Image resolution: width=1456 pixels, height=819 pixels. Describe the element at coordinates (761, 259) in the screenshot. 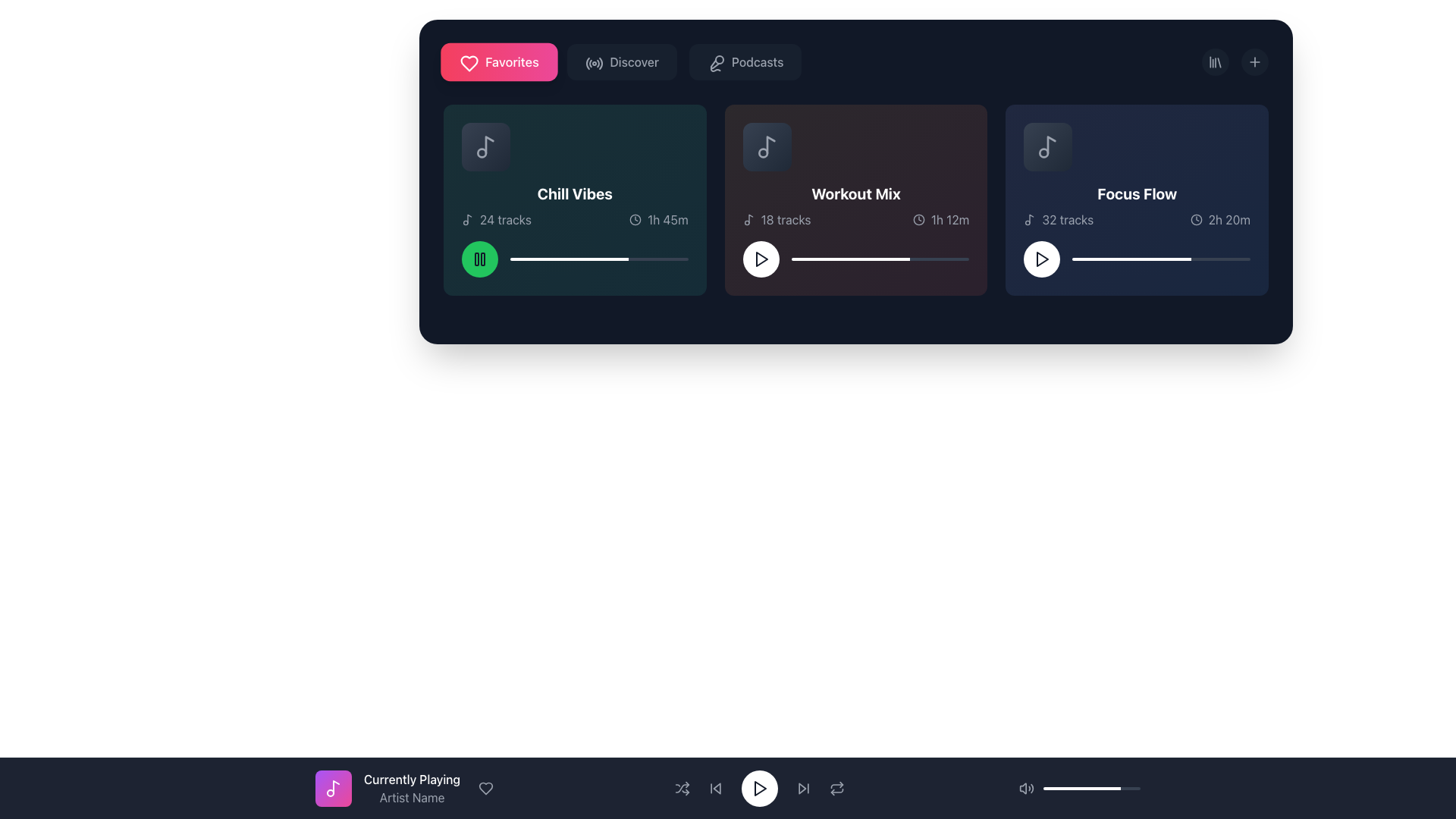

I see `the 'Play' button located at the center of the 'Workout Mix' card` at that location.